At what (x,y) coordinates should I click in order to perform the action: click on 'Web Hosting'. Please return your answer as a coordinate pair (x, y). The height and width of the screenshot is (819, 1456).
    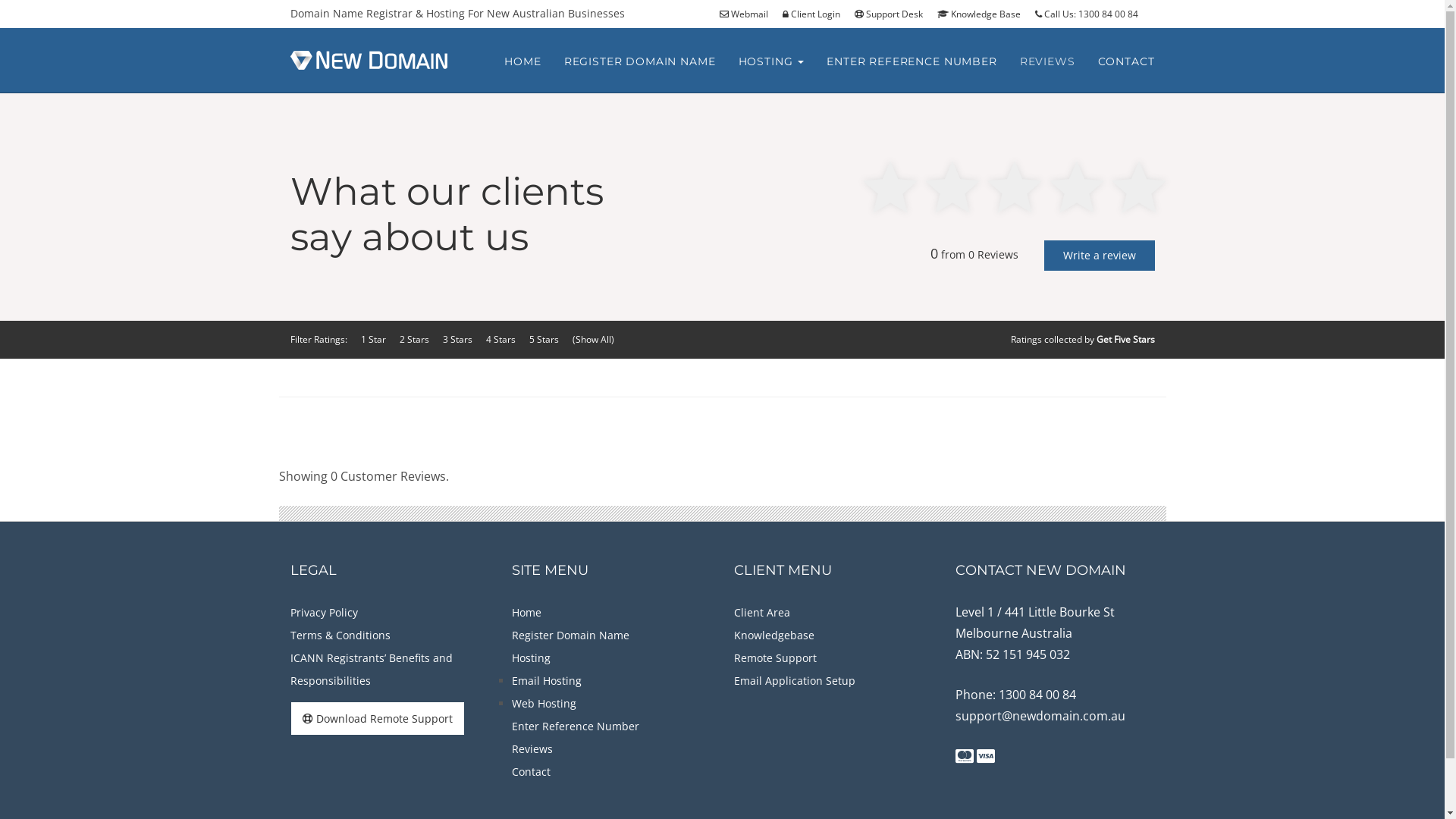
    Looking at the image, I should click on (544, 703).